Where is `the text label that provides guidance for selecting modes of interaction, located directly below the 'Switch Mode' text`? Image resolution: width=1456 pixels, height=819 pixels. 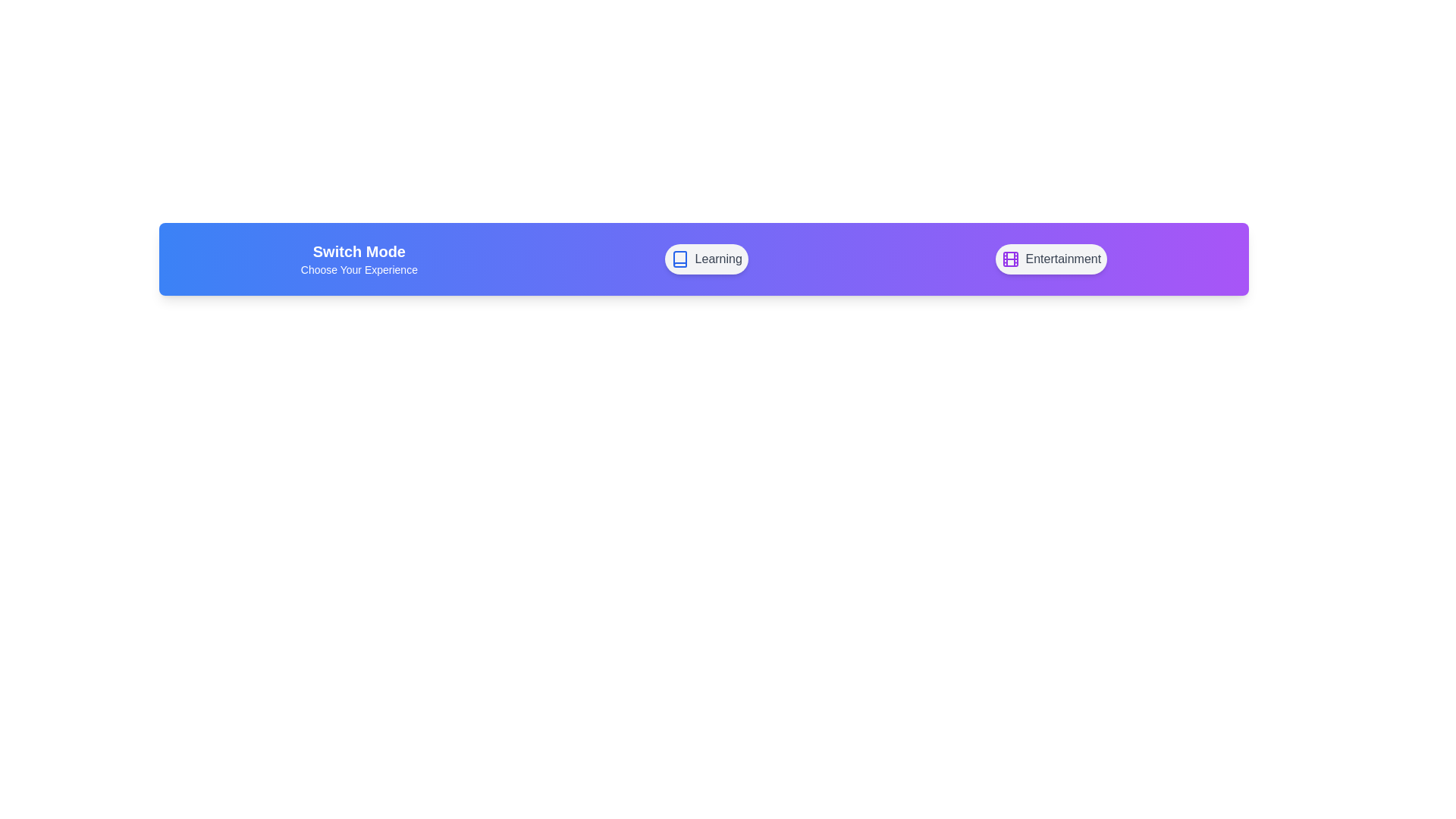
the text label that provides guidance for selecting modes of interaction, located directly below the 'Switch Mode' text is located at coordinates (358, 268).